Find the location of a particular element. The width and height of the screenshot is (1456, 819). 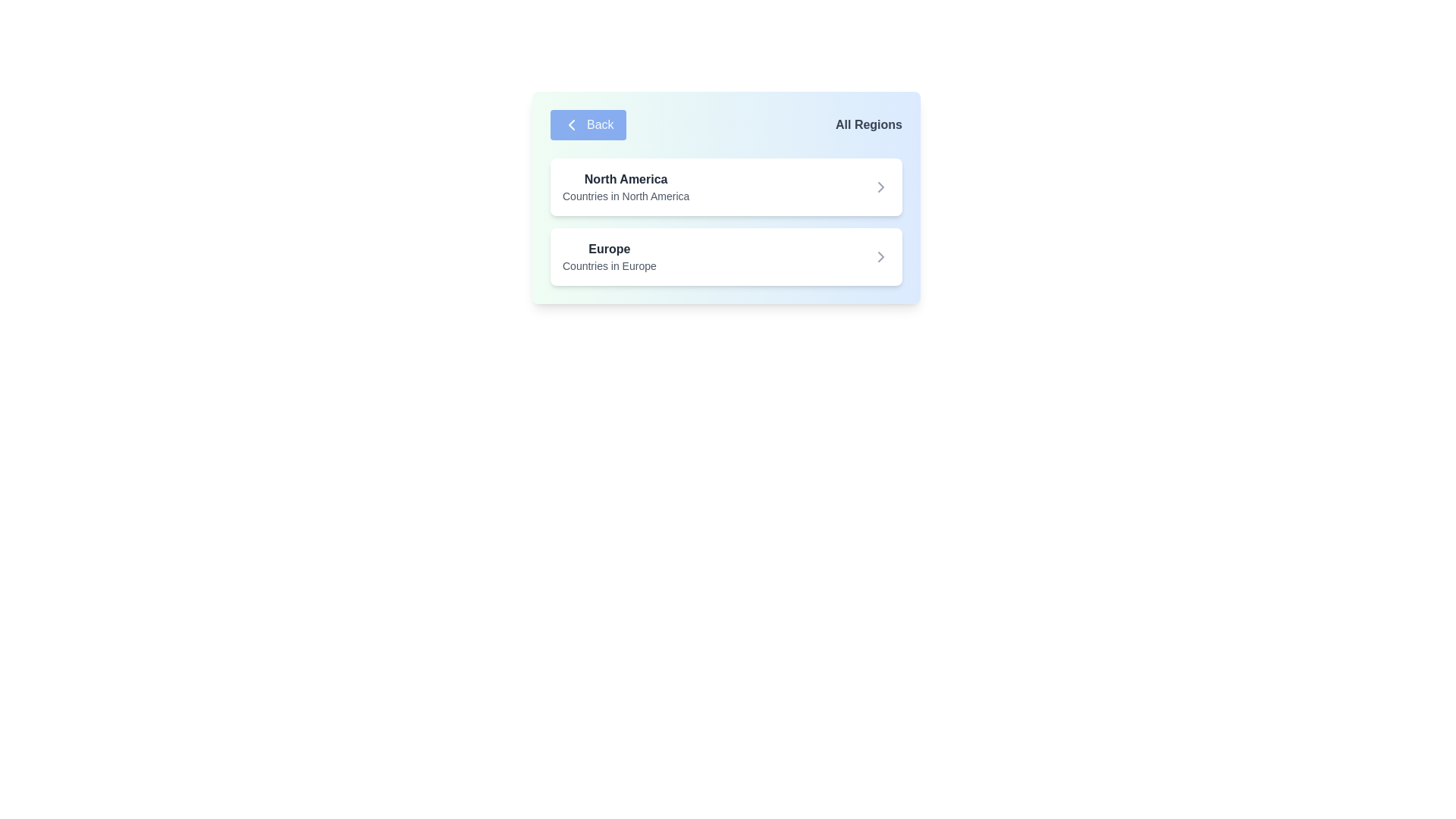

the 'Back' button which contains the left-facing chevron icon is located at coordinates (570, 124).